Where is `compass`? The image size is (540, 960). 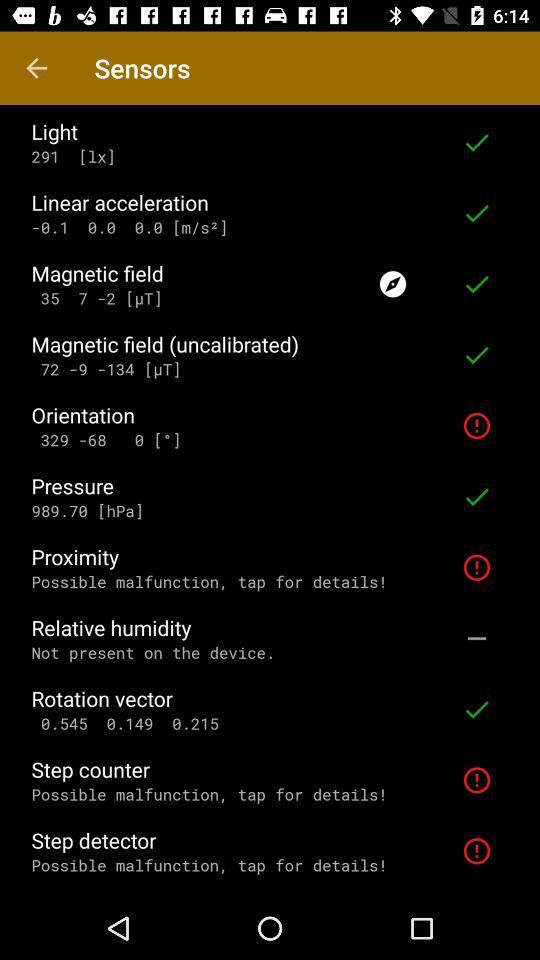
compass is located at coordinates (393, 283).